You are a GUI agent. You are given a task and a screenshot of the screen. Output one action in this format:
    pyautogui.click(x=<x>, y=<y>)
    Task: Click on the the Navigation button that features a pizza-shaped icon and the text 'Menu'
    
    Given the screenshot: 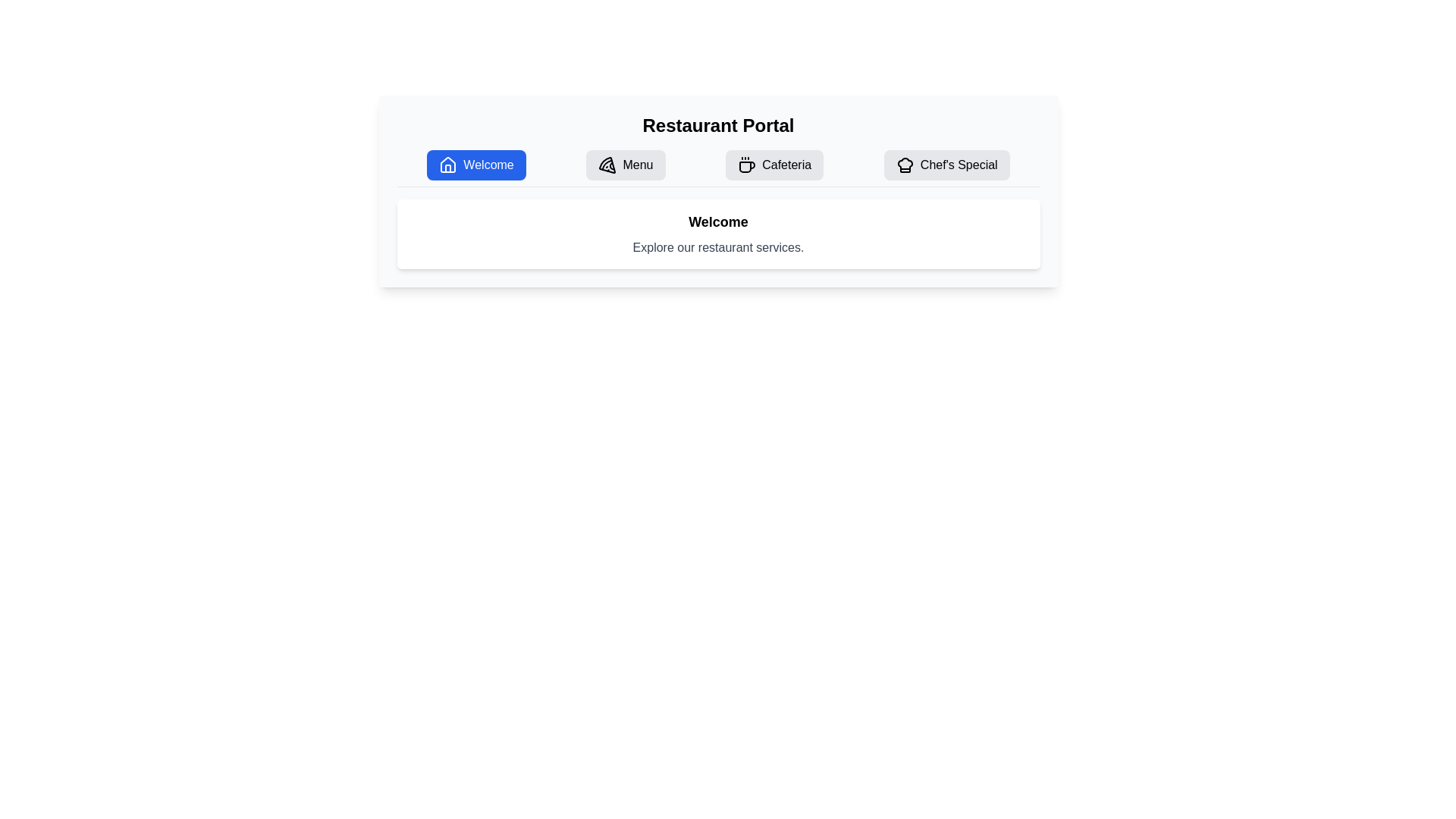 What is the action you would take?
    pyautogui.click(x=626, y=165)
    